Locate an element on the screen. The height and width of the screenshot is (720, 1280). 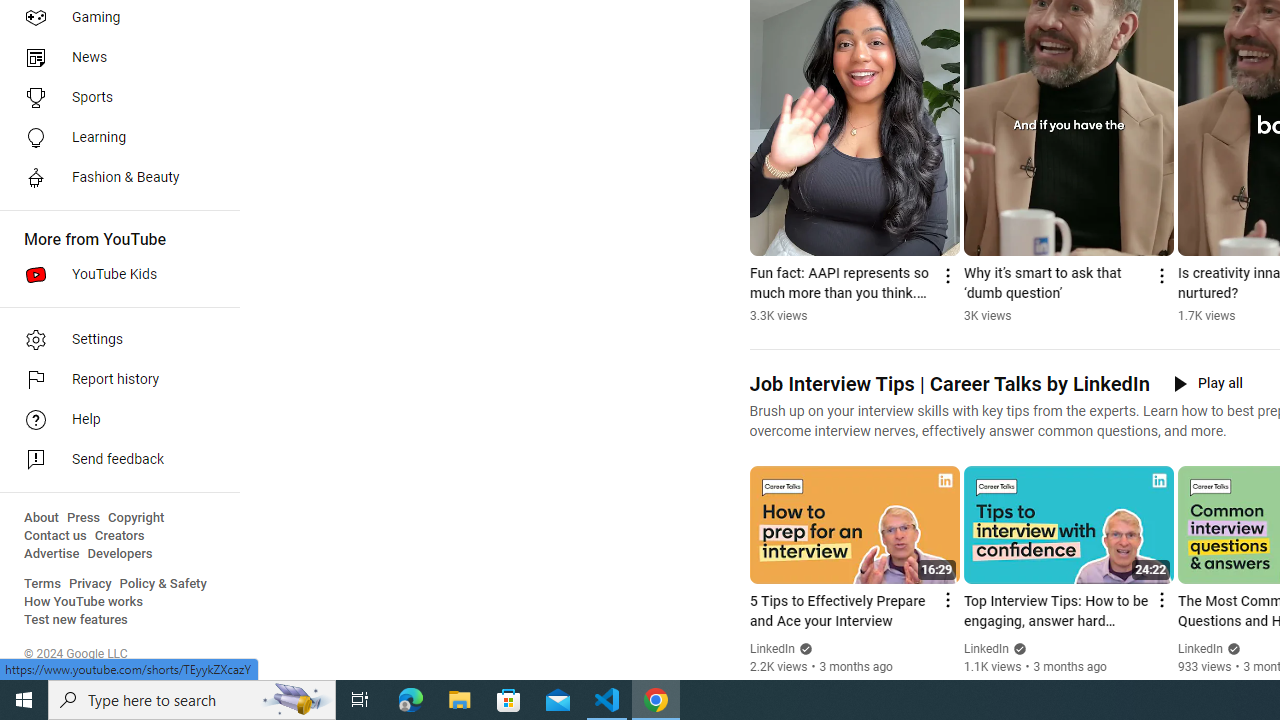
'Sports' is located at coordinates (112, 97).